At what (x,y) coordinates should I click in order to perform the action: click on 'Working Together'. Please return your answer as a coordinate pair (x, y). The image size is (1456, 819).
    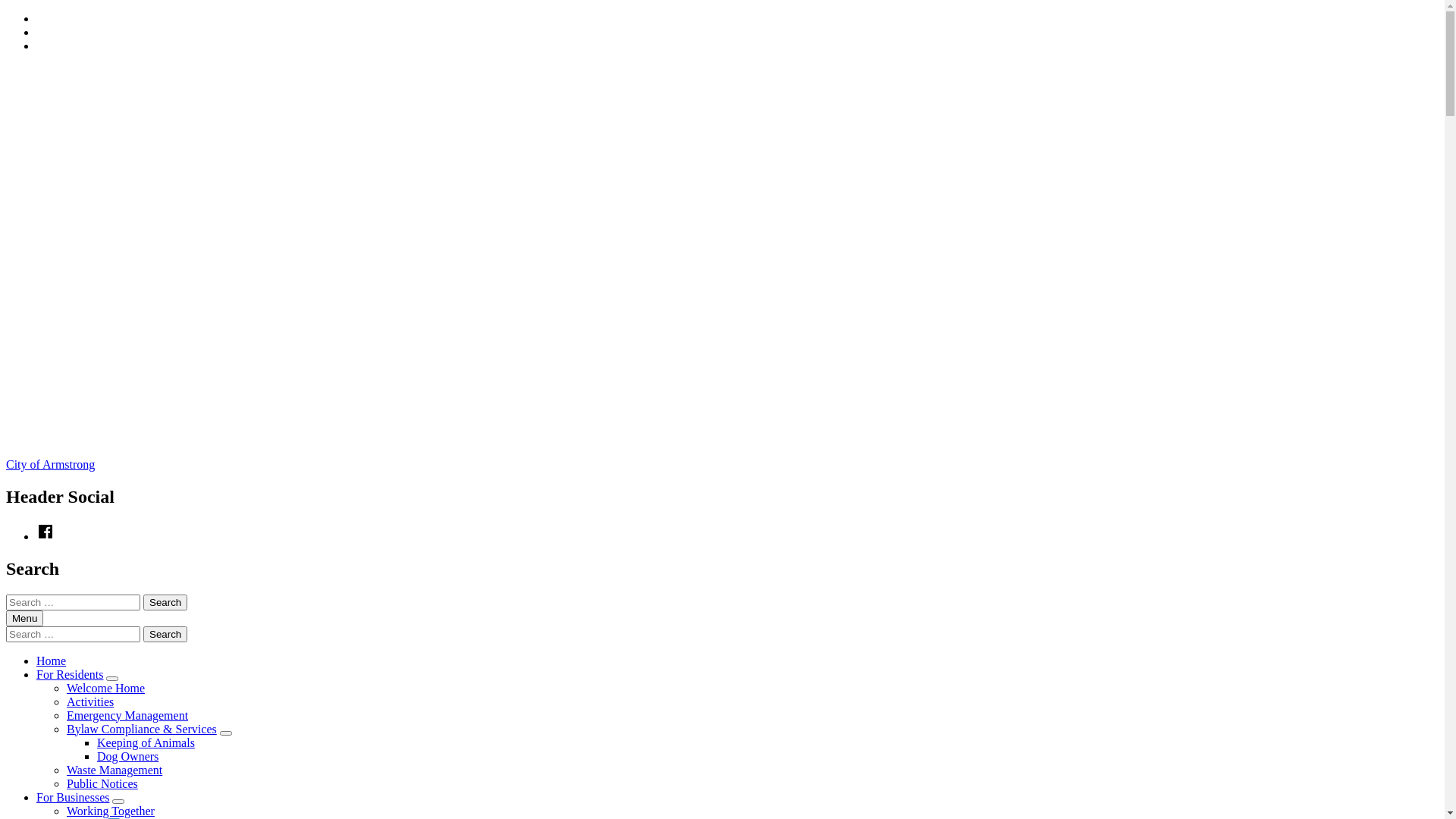
    Looking at the image, I should click on (109, 810).